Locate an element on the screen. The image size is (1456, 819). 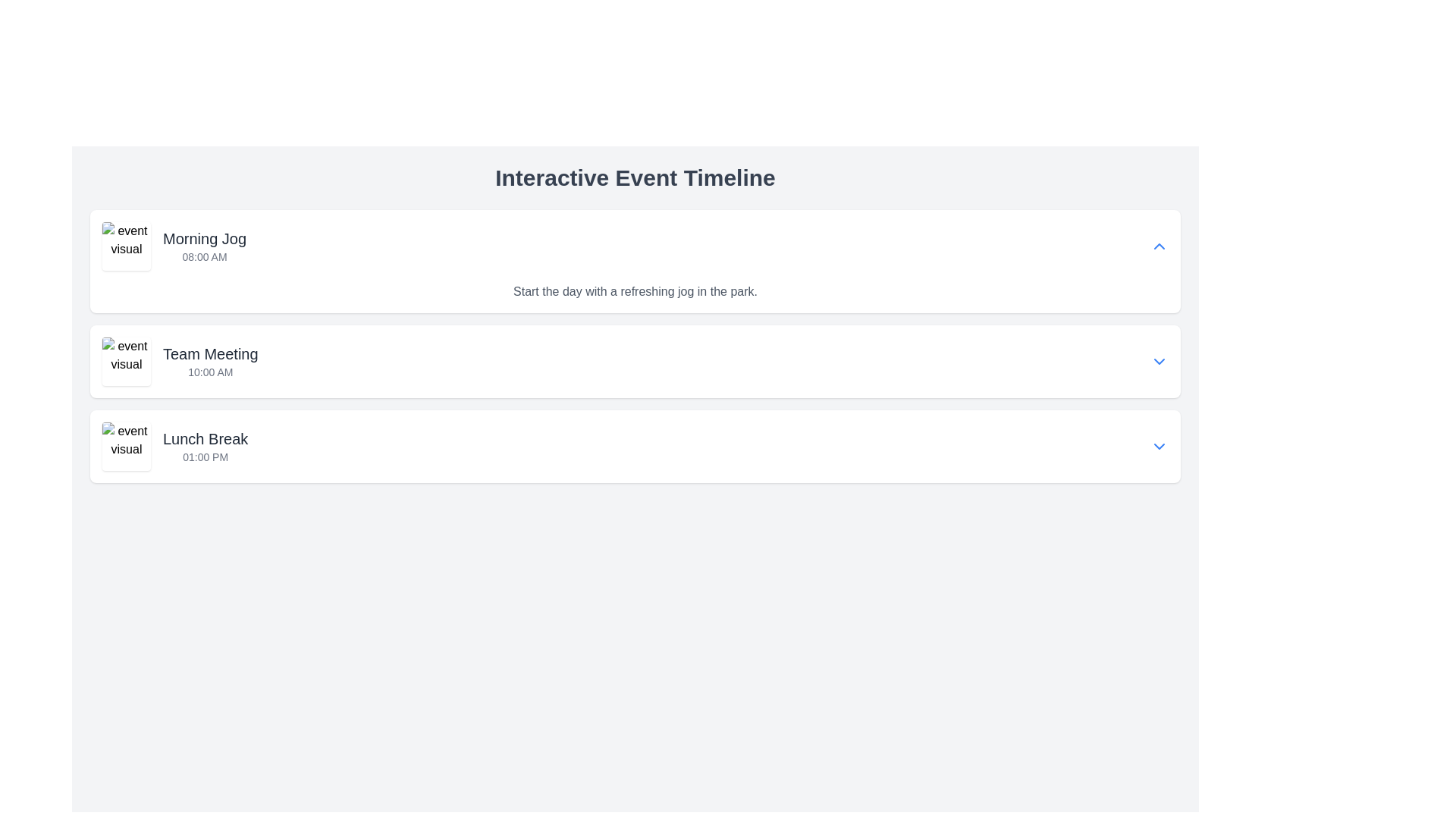
displayed information from the 'Morning Jog' event title and scheduled time text label, which is located in the first row of the event timeline layout is located at coordinates (203, 245).